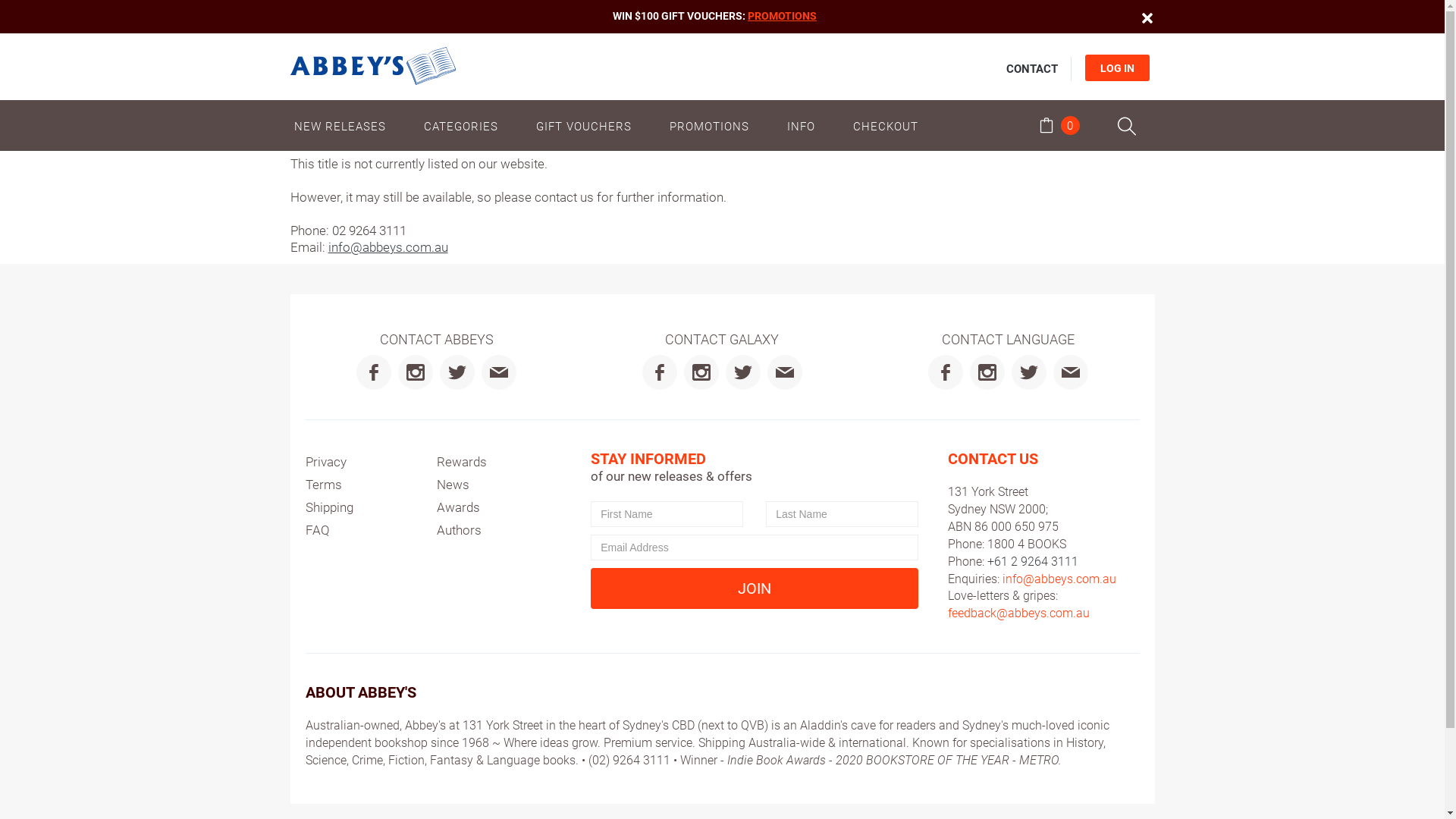 The width and height of the screenshot is (1456, 819). Describe the element at coordinates (359, 692) in the screenshot. I see `'ABOUT ABBEY'S'` at that location.